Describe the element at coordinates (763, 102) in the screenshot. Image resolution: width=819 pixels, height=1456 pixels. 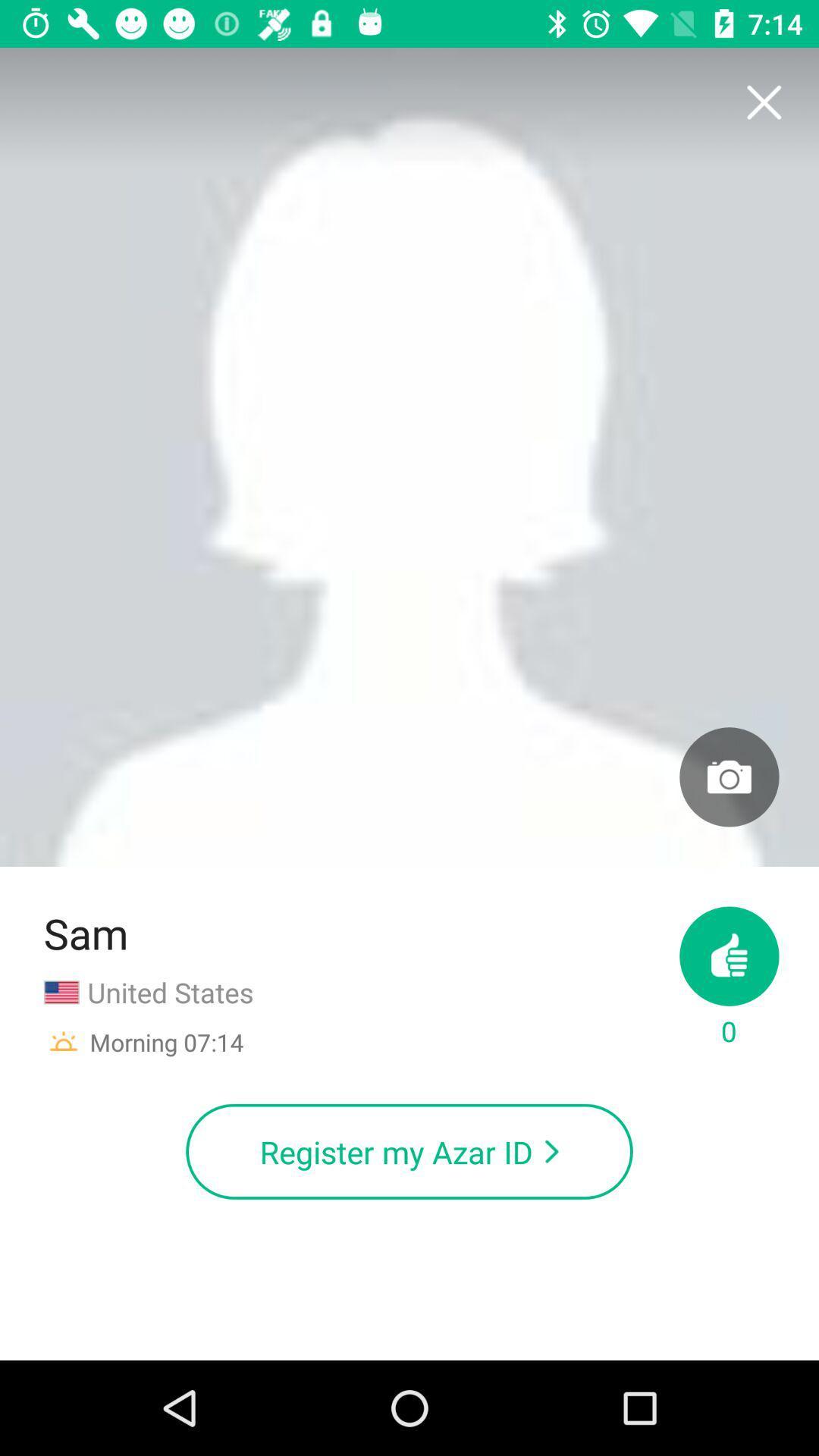
I see `item at the top right corner` at that location.